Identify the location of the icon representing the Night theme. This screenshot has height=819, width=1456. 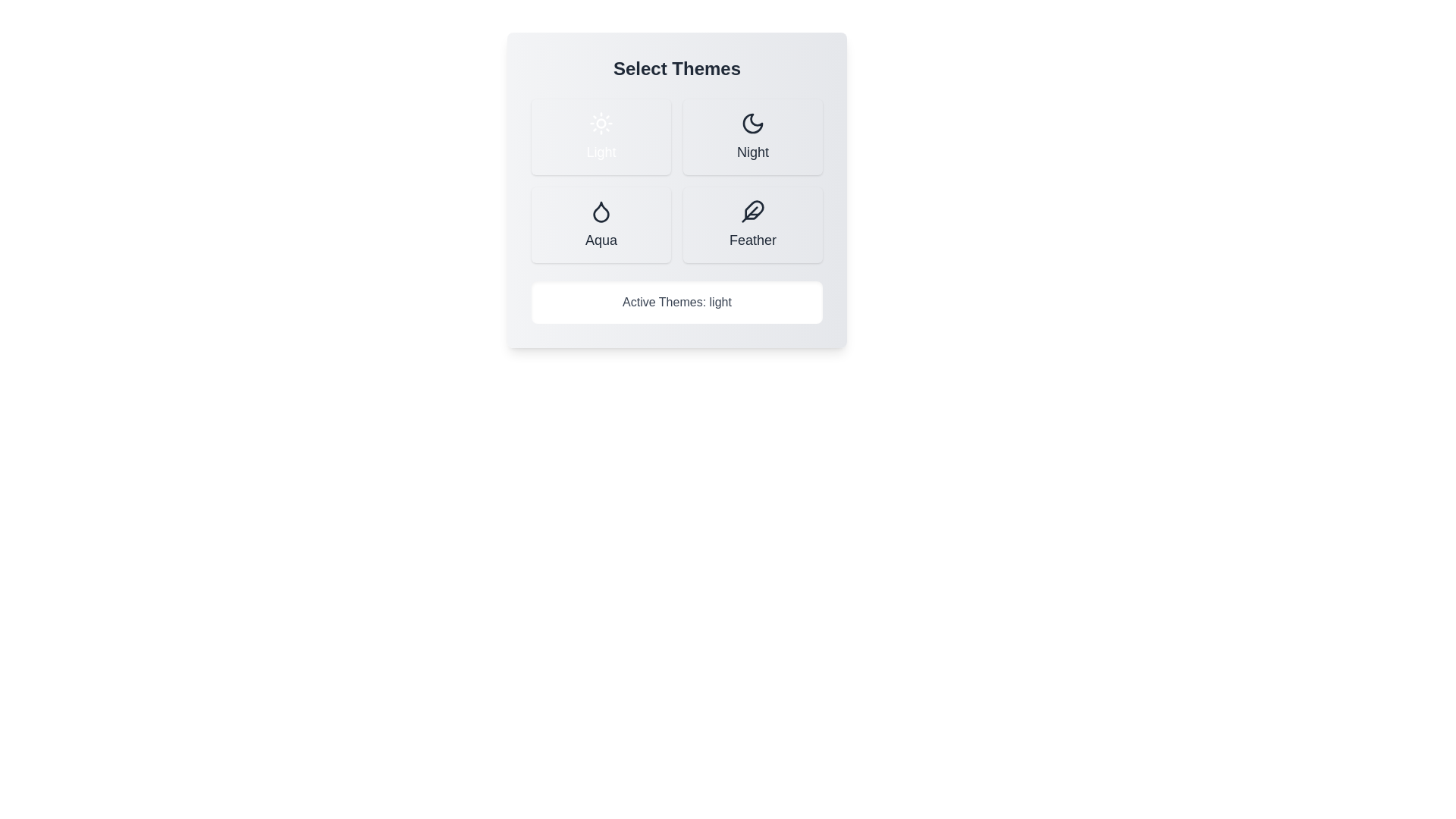
(753, 122).